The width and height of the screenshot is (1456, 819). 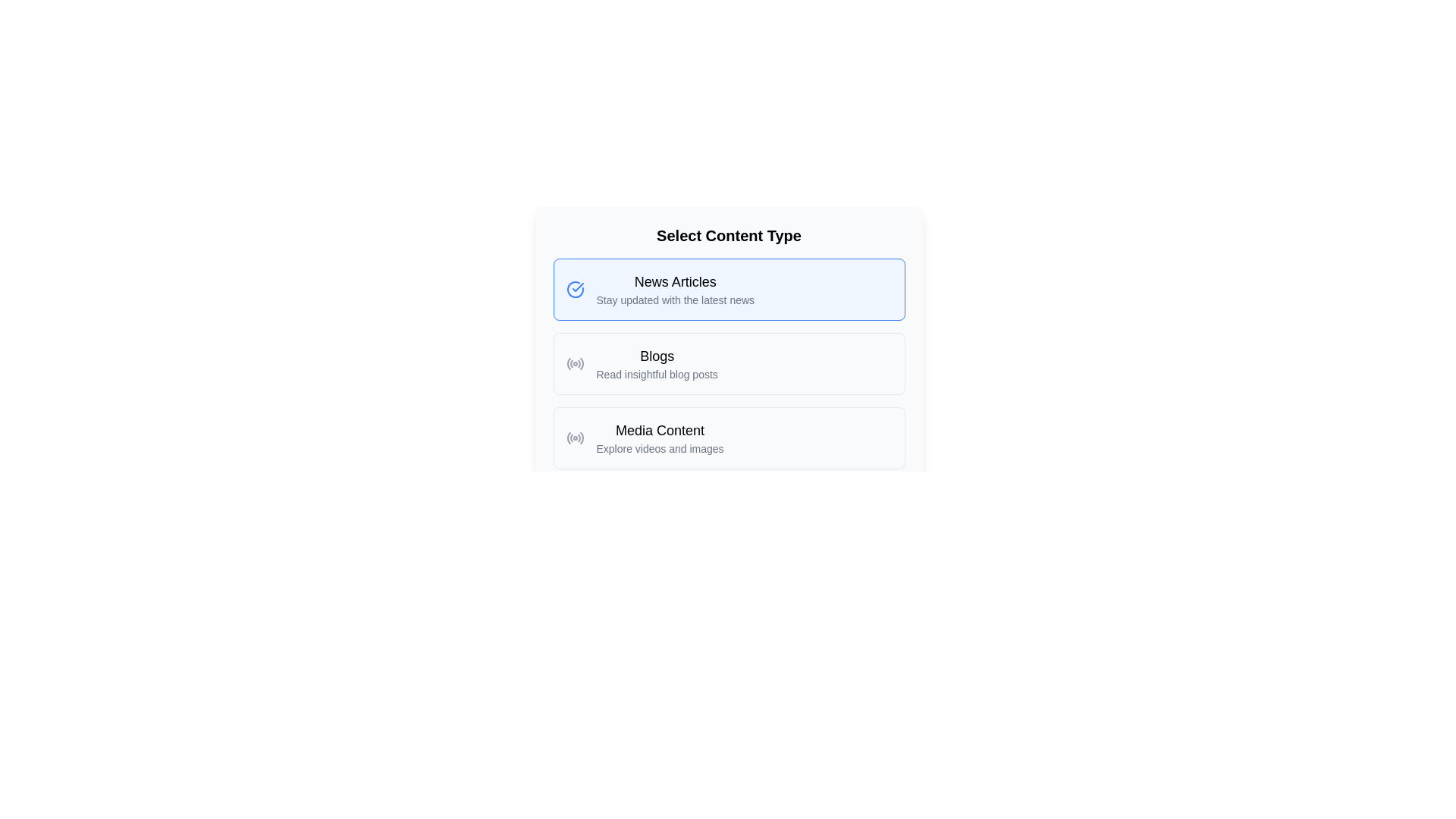 I want to click on the 'Media Content' selectable list item, so click(x=645, y=438).